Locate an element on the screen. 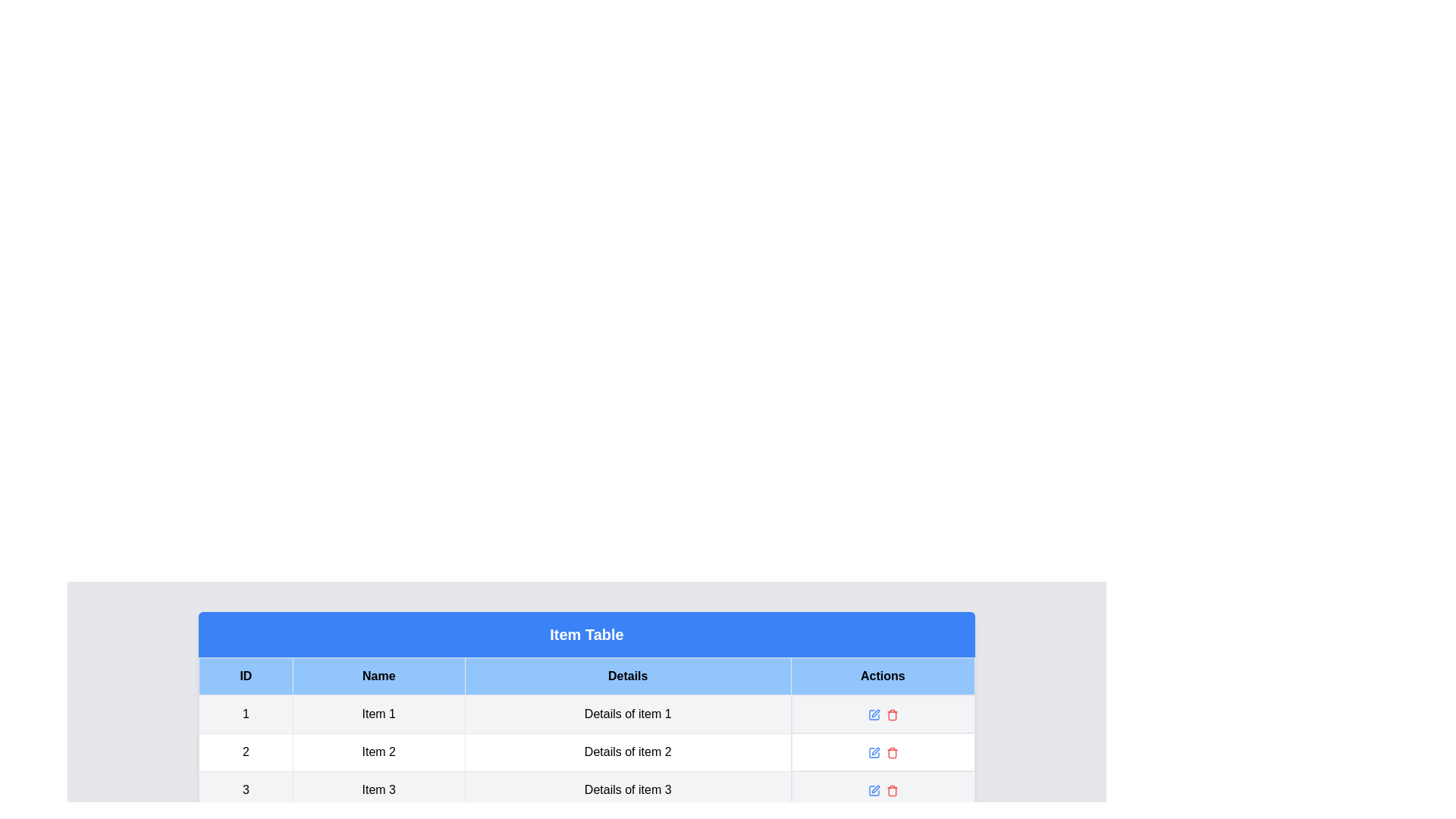  the table header column ID to sort or select it is located at coordinates (246, 675).